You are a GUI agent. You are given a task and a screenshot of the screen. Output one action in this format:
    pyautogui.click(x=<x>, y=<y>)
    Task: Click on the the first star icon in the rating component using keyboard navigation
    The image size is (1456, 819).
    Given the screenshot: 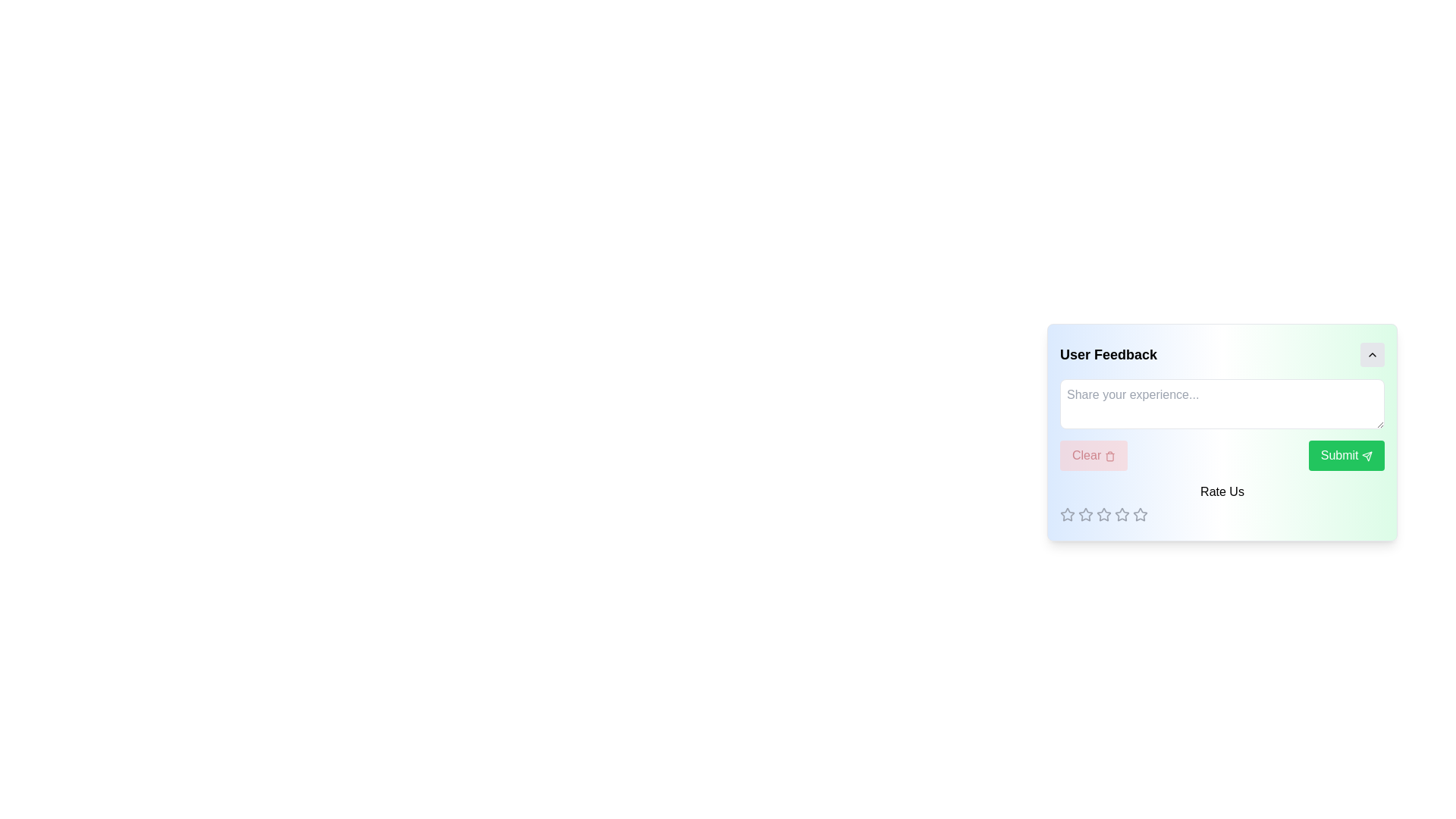 What is the action you would take?
    pyautogui.click(x=1084, y=513)
    